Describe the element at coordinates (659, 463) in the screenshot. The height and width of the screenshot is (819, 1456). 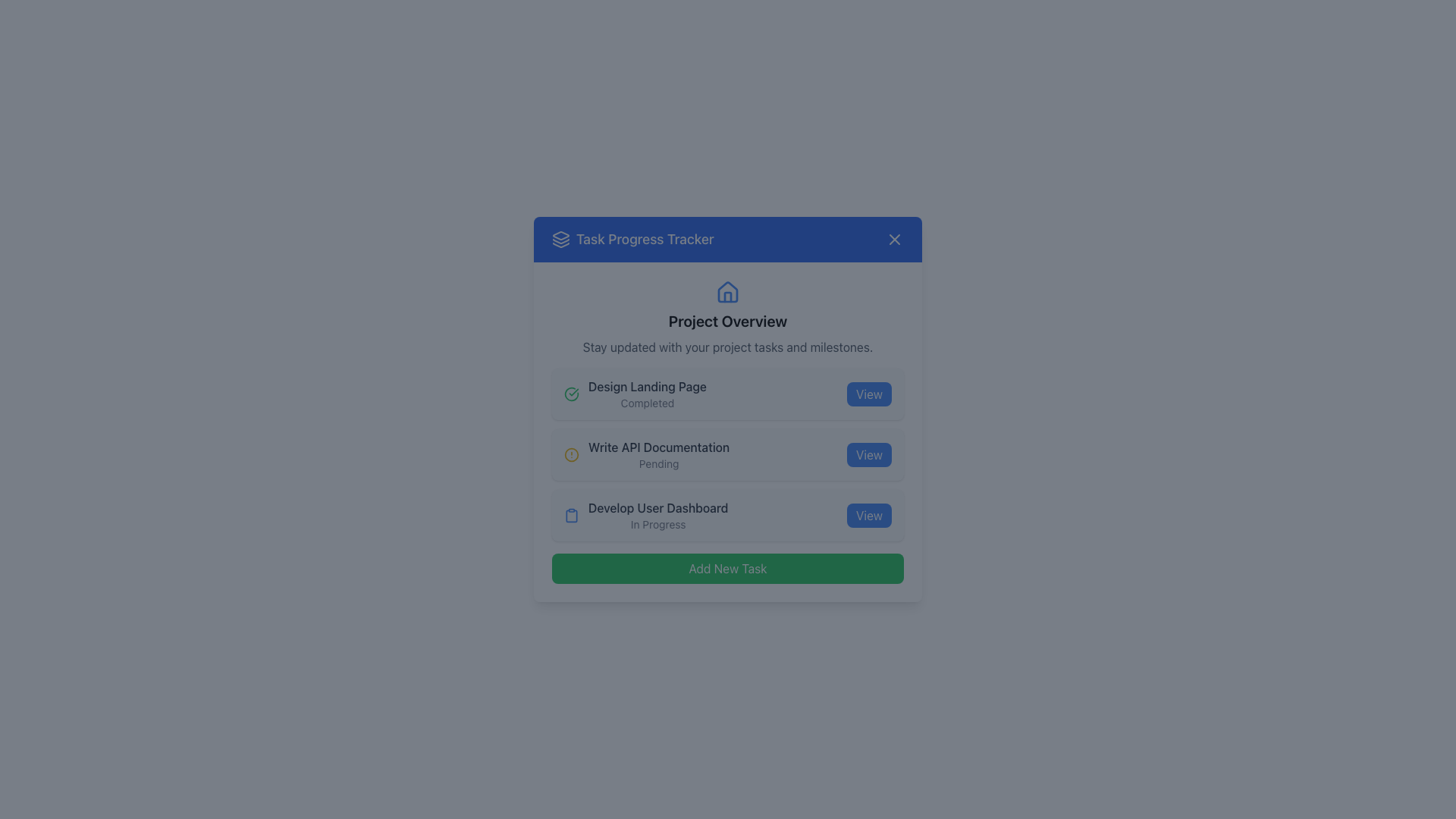
I see `the text label that displays 'Pending', which is styled in a smaller gray font and positioned centrally below the 'Write API Documentation' text` at that location.